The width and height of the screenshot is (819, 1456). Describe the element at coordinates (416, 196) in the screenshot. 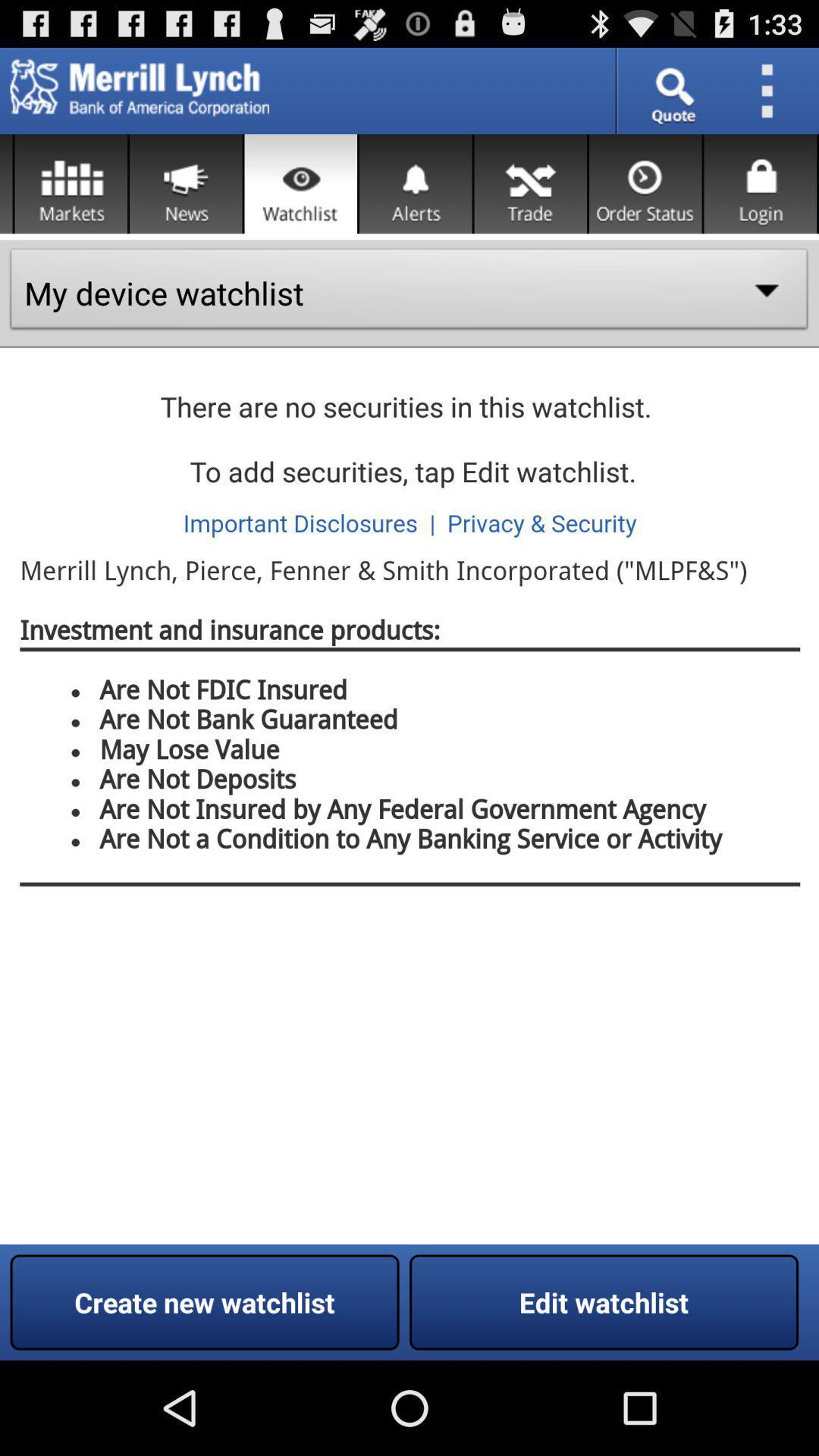

I see `the notifications icon` at that location.